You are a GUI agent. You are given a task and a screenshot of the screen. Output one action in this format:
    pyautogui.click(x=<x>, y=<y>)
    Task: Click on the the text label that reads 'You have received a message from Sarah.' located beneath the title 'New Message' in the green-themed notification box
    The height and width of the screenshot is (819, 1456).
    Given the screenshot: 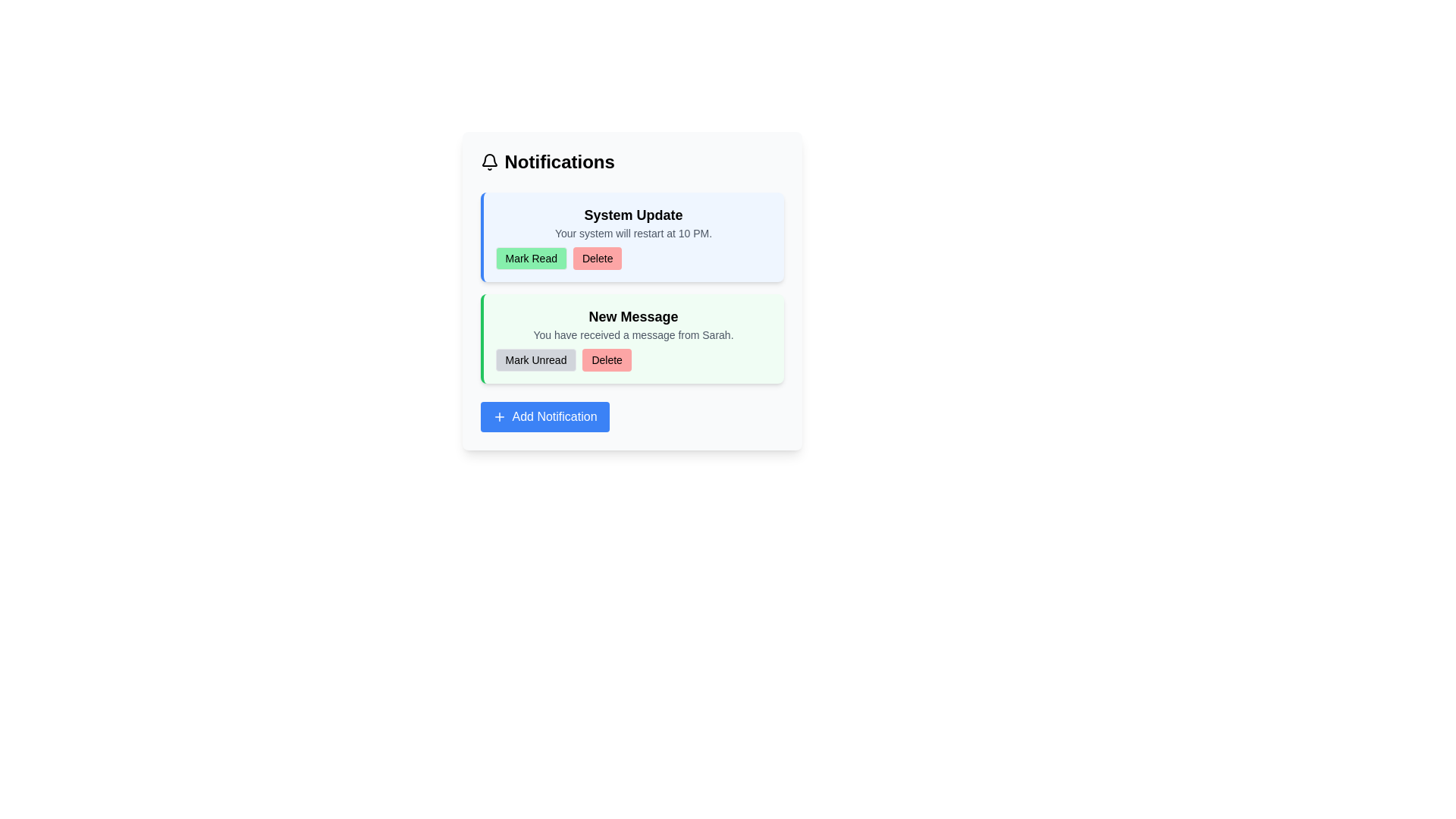 What is the action you would take?
    pyautogui.click(x=633, y=334)
    